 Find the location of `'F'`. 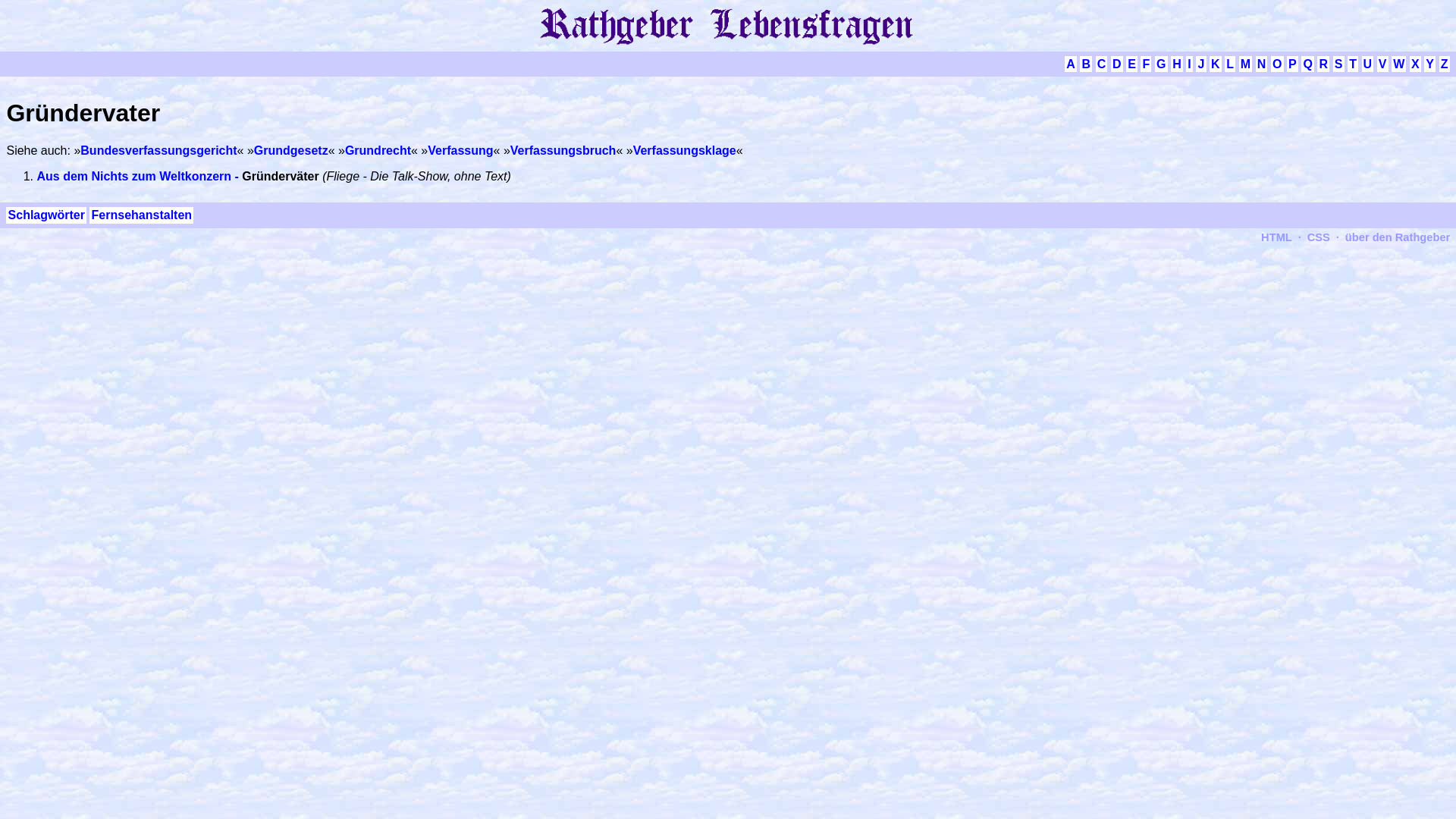

'F' is located at coordinates (1146, 63).